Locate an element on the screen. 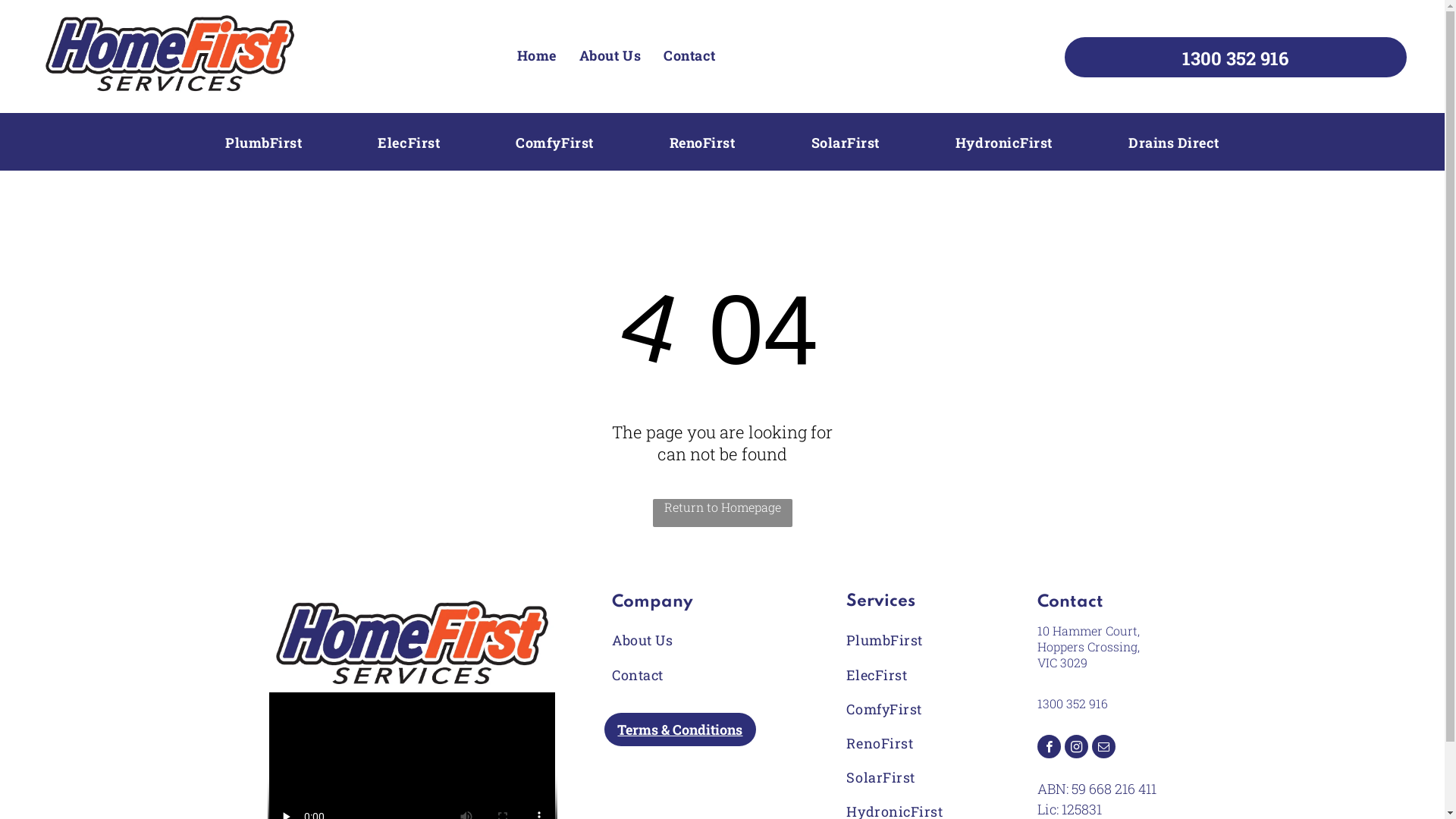 The height and width of the screenshot is (819, 1456). 'Drains Direct' is located at coordinates (1172, 142).